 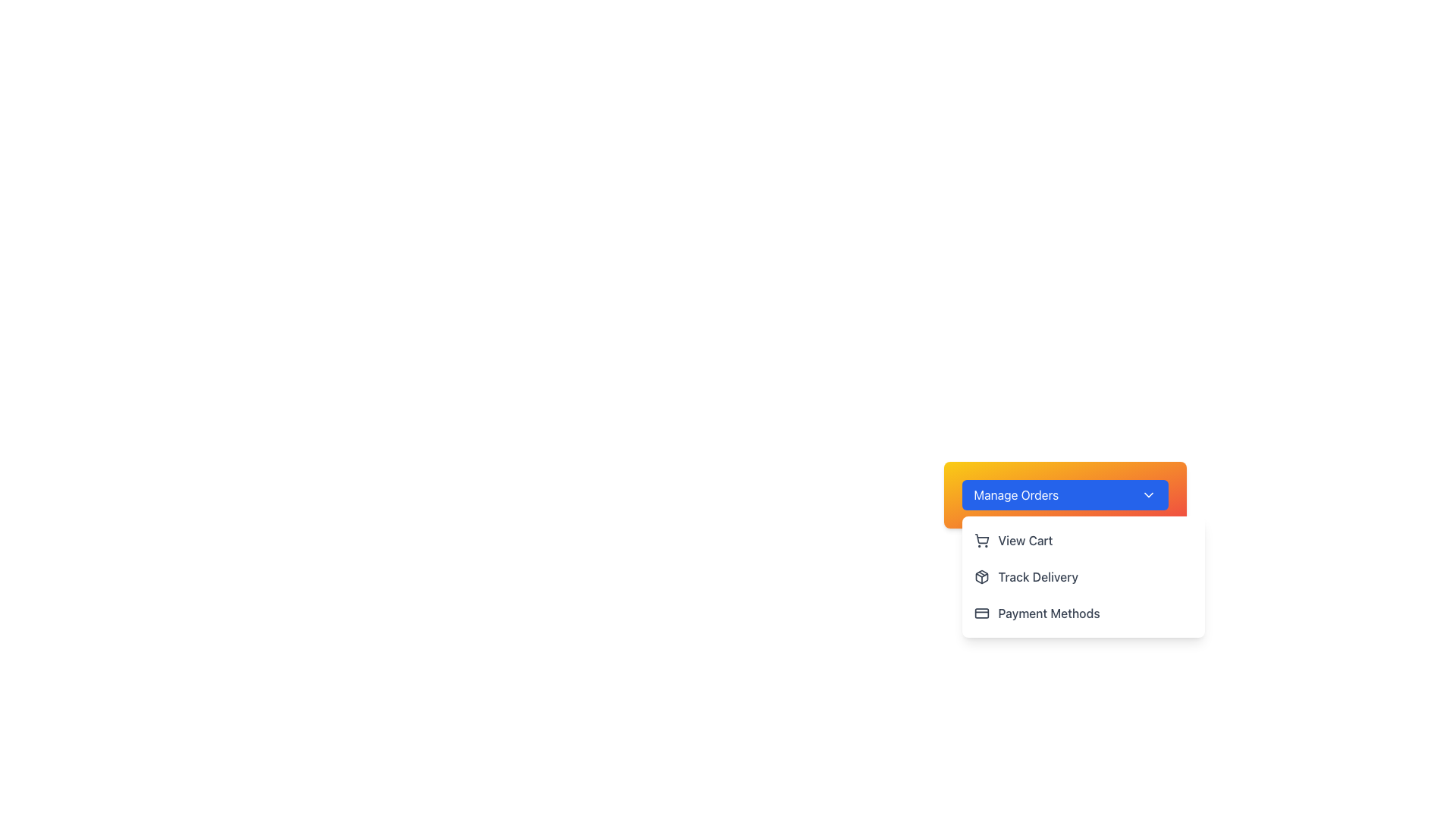 I want to click on the downward-facing chevron icon located at the upper-right corner of the 'Manage Orders' button, so click(x=1148, y=494).